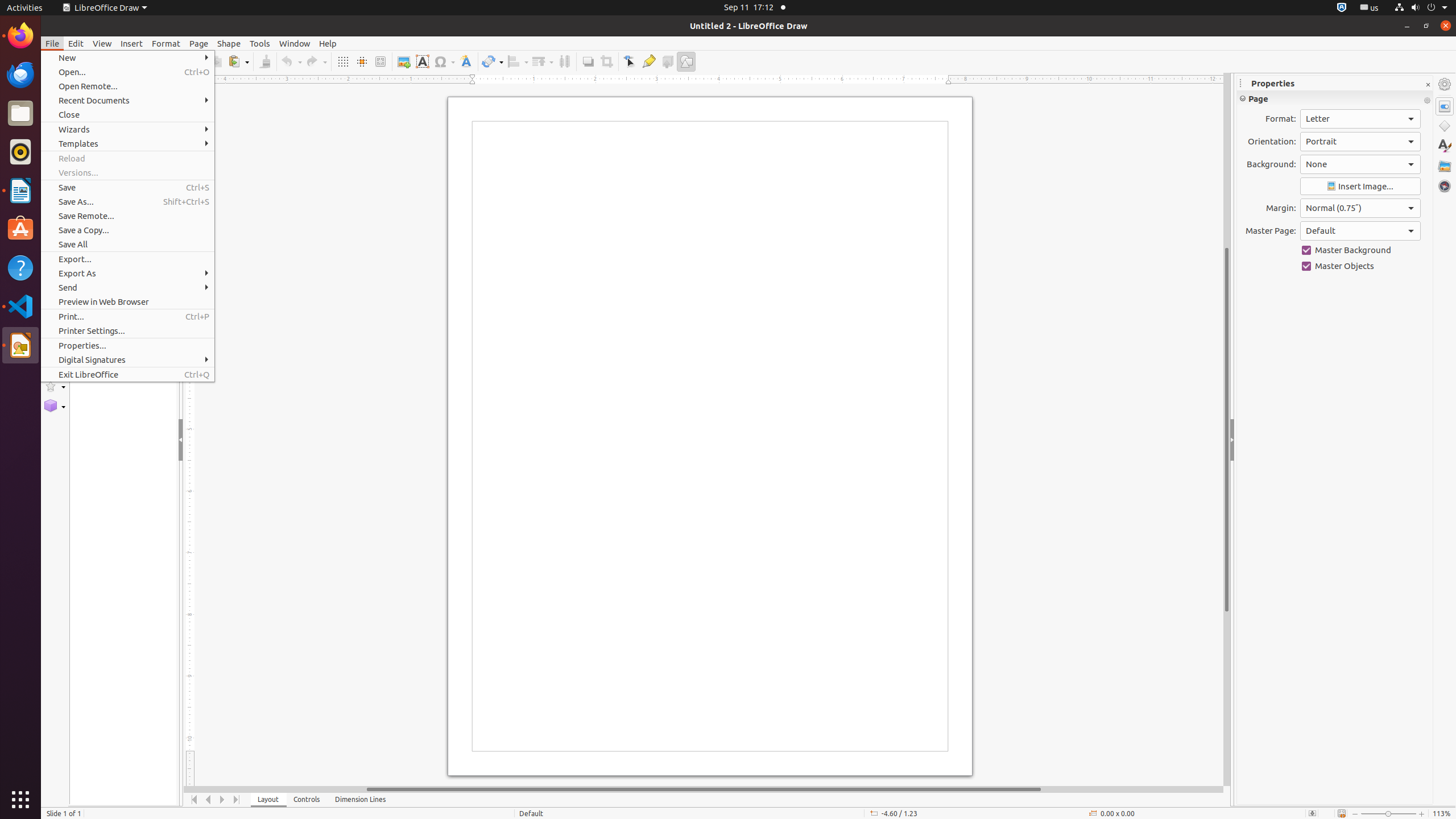 The image size is (1456, 819). What do you see at coordinates (102, 43) in the screenshot?
I see `'View'` at bounding box center [102, 43].